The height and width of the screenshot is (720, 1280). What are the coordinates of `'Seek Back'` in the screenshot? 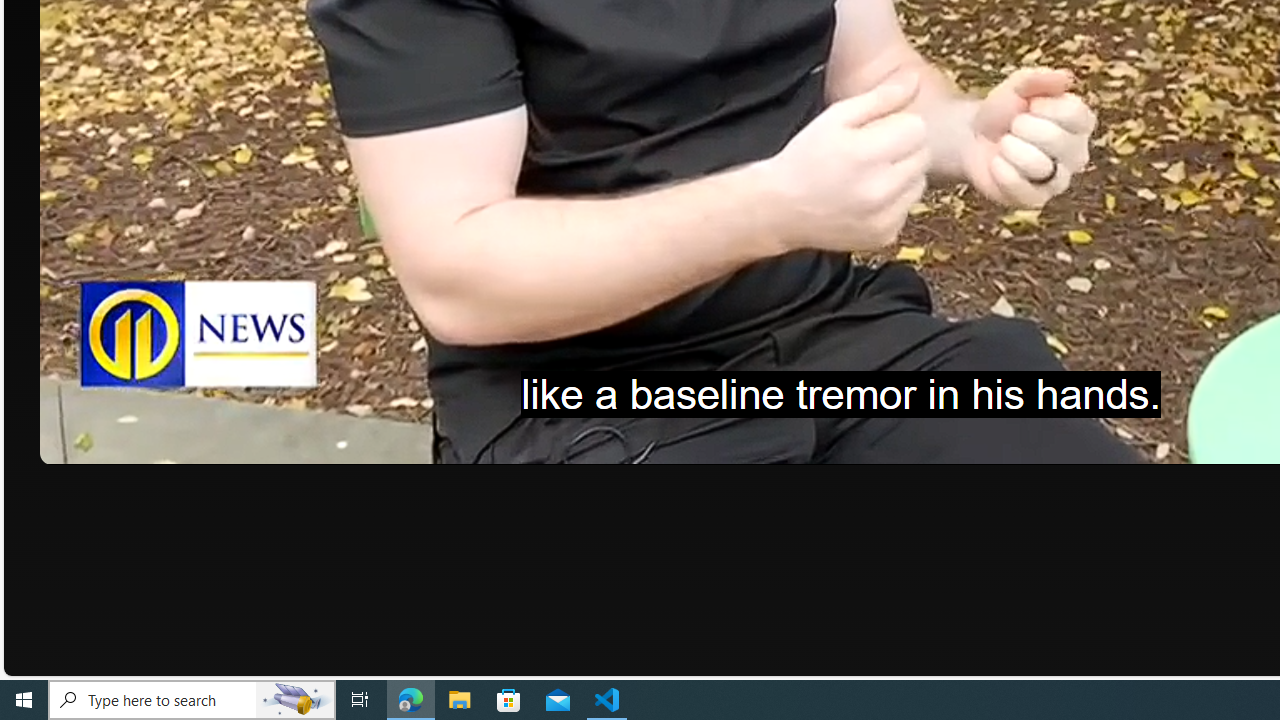 It's located at (109, 441).